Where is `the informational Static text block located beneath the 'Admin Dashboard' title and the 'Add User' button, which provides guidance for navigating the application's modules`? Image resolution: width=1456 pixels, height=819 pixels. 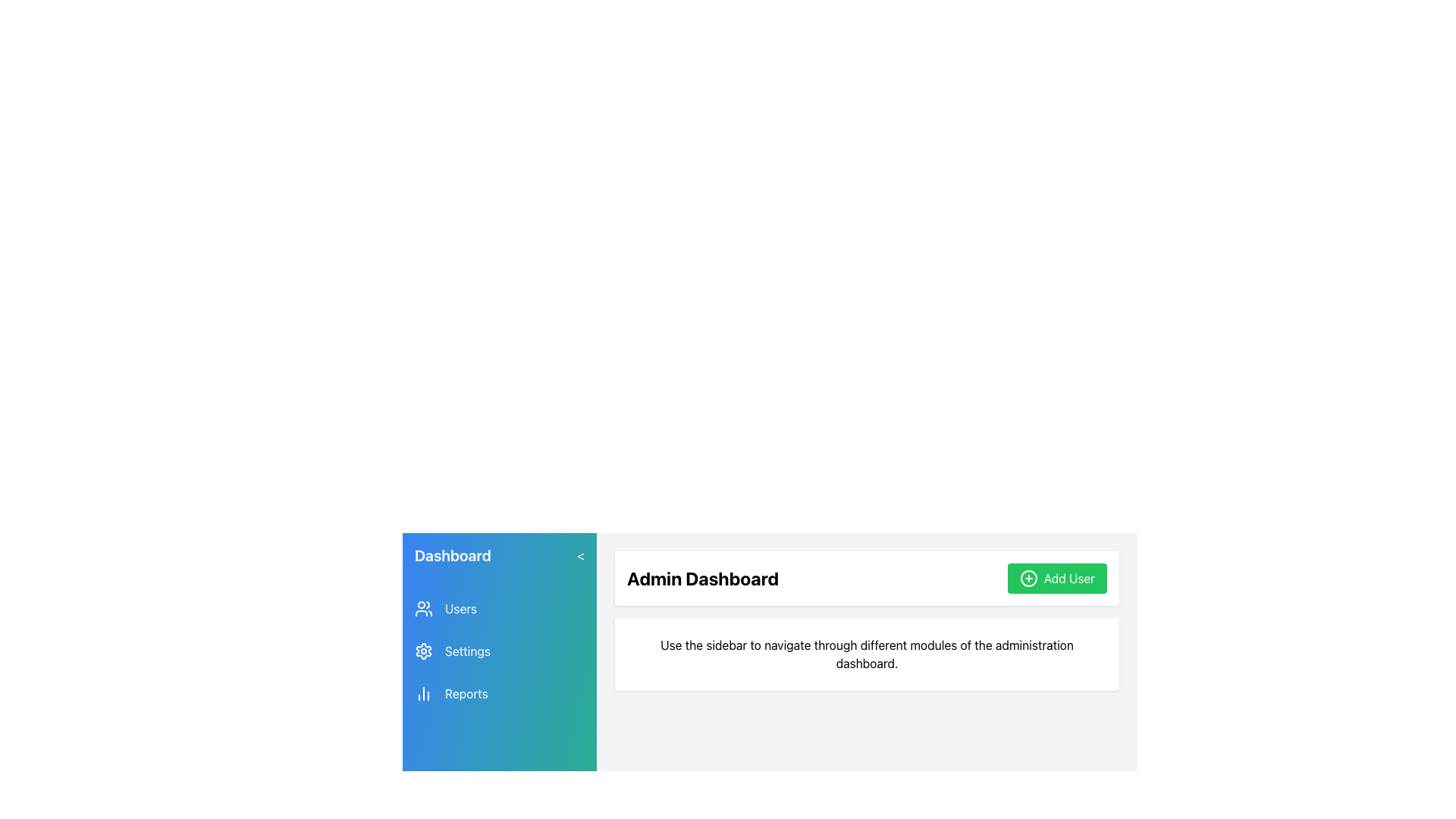 the informational Static text block located beneath the 'Admin Dashboard' title and the 'Add User' button, which provides guidance for navigating the application's modules is located at coordinates (867, 654).